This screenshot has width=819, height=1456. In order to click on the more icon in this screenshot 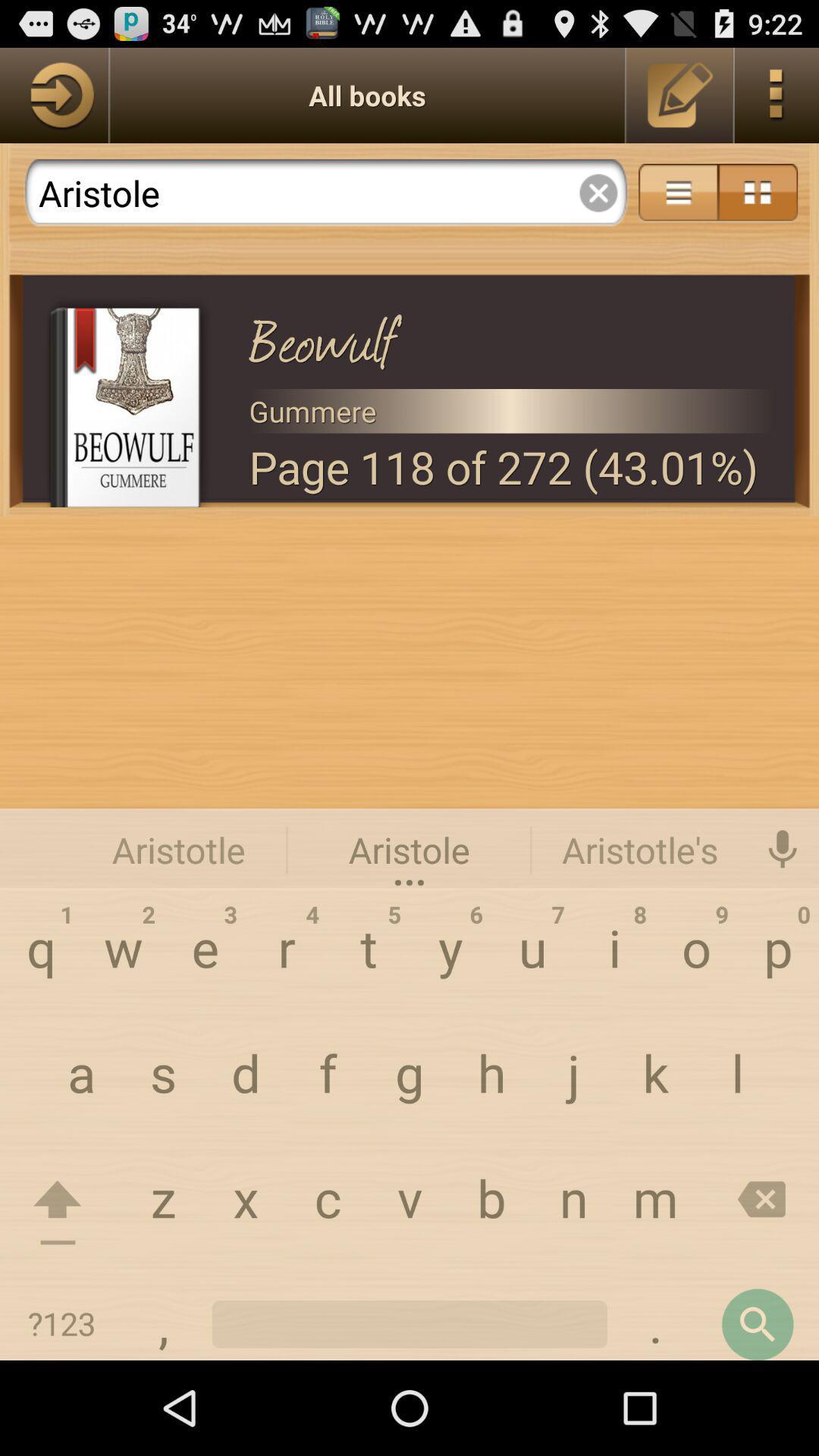, I will do `click(777, 101)`.